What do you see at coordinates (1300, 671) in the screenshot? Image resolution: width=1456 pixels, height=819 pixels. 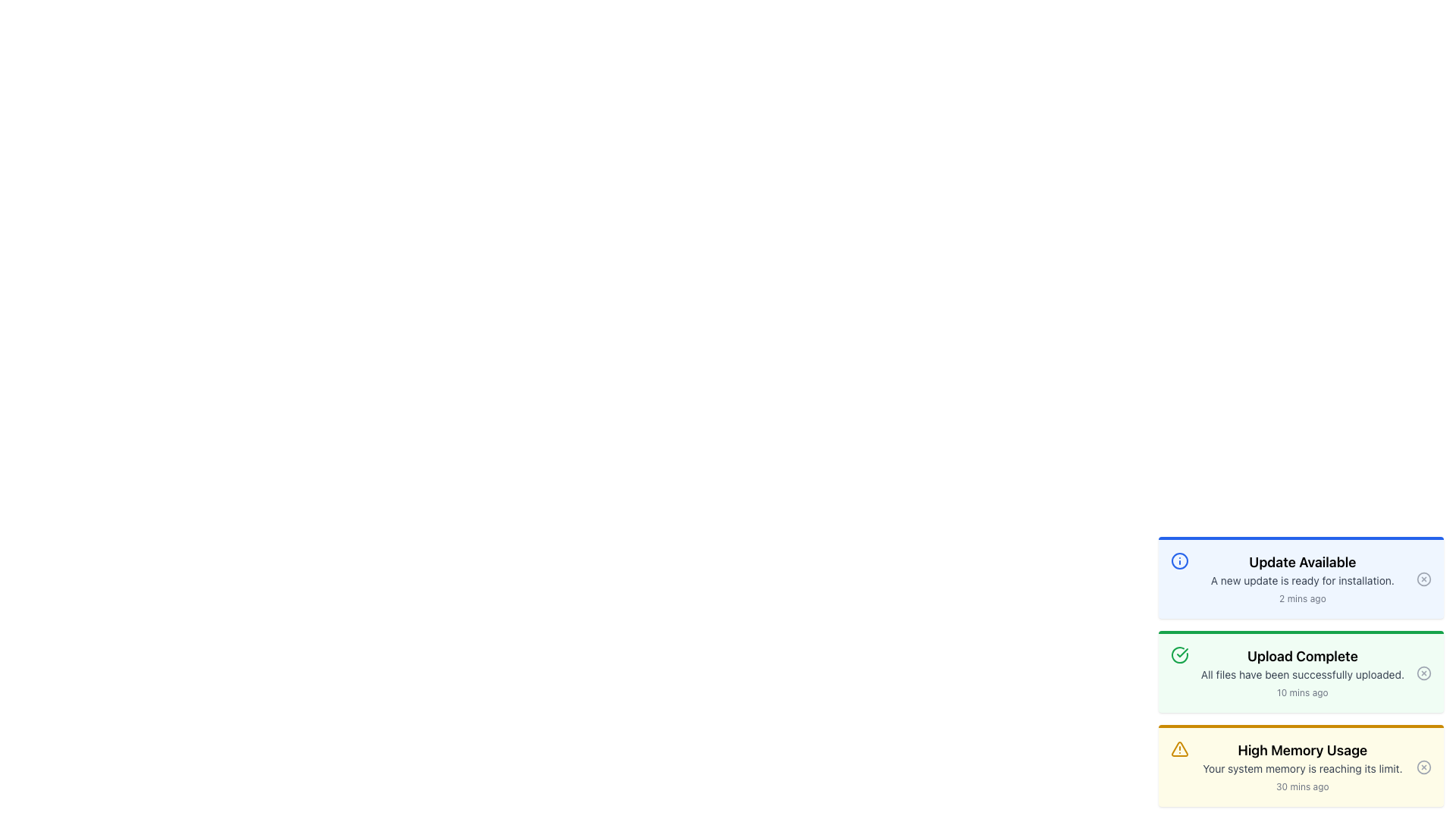 I see `the Notification box that indicates the upload process has completed successfully, located between the 'Update Available' and 'High Memory Usage' notifications in the bottom-right corner of the interface` at bounding box center [1300, 671].